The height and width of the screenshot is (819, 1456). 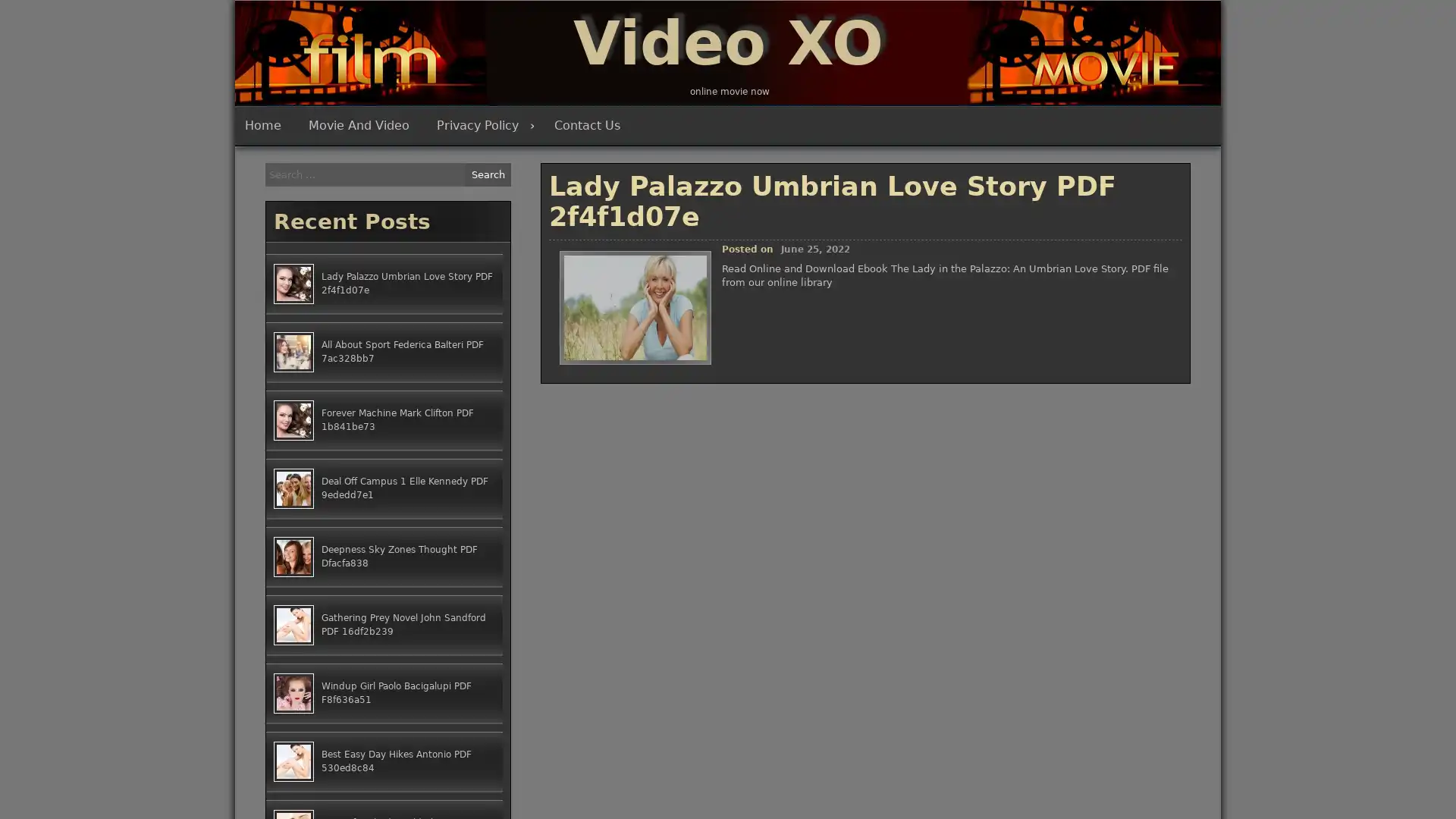 What do you see at coordinates (488, 174) in the screenshot?
I see `Search` at bounding box center [488, 174].